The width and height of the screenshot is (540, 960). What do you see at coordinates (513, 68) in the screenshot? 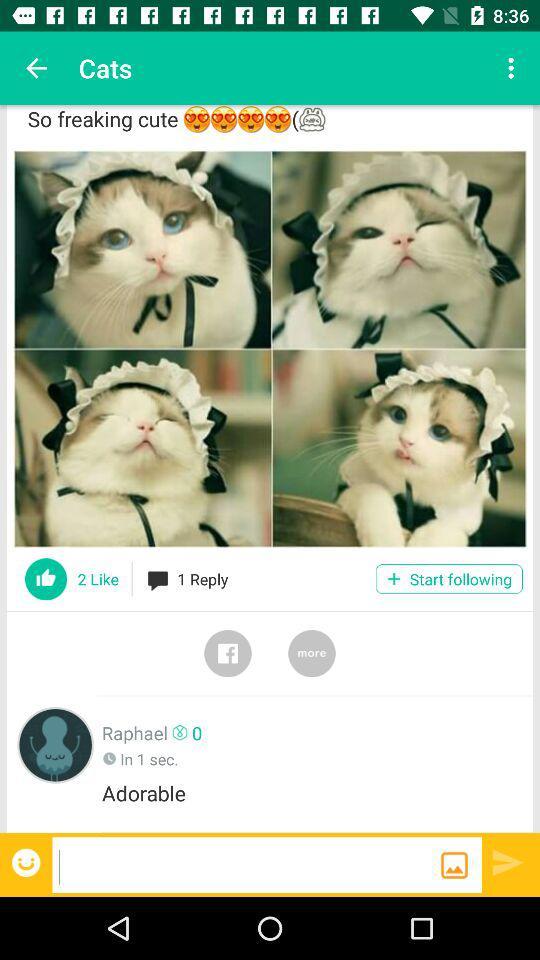
I see `the item to the right of cats item` at bounding box center [513, 68].